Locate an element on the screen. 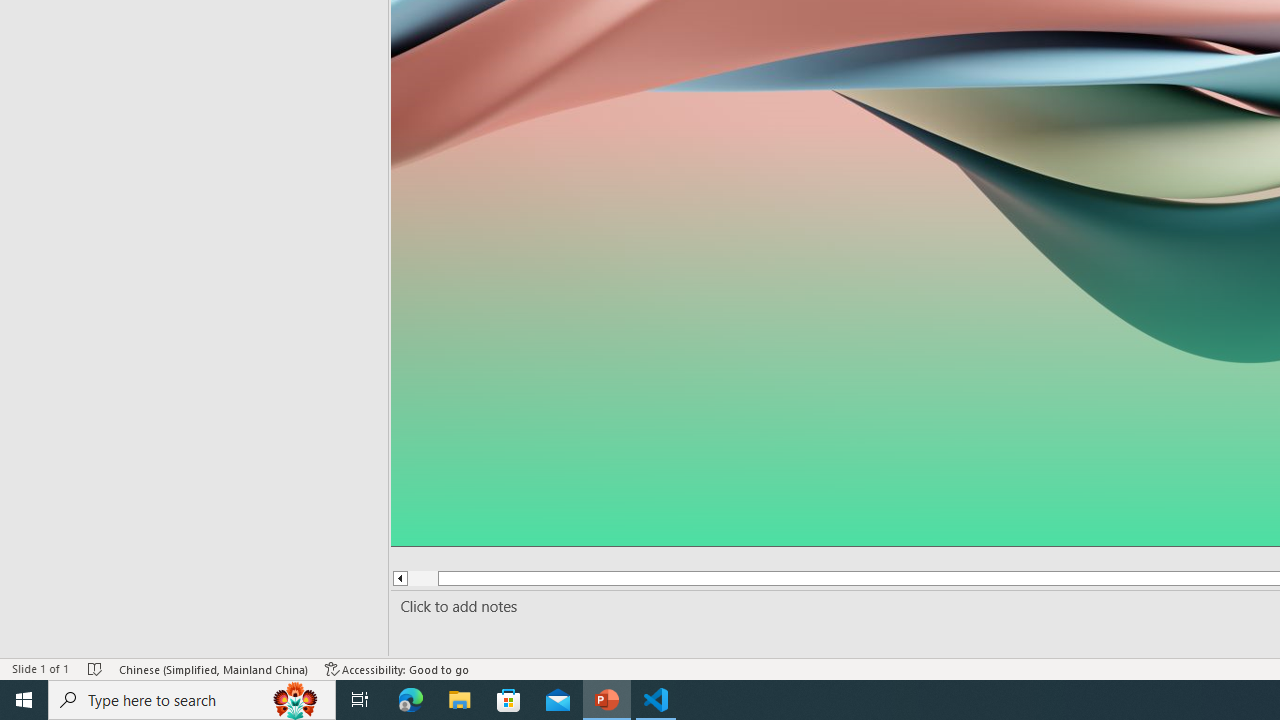 This screenshot has width=1280, height=720. 'Accessibility Checker Accessibility: Good to go' is located at coordinates (397, 669).